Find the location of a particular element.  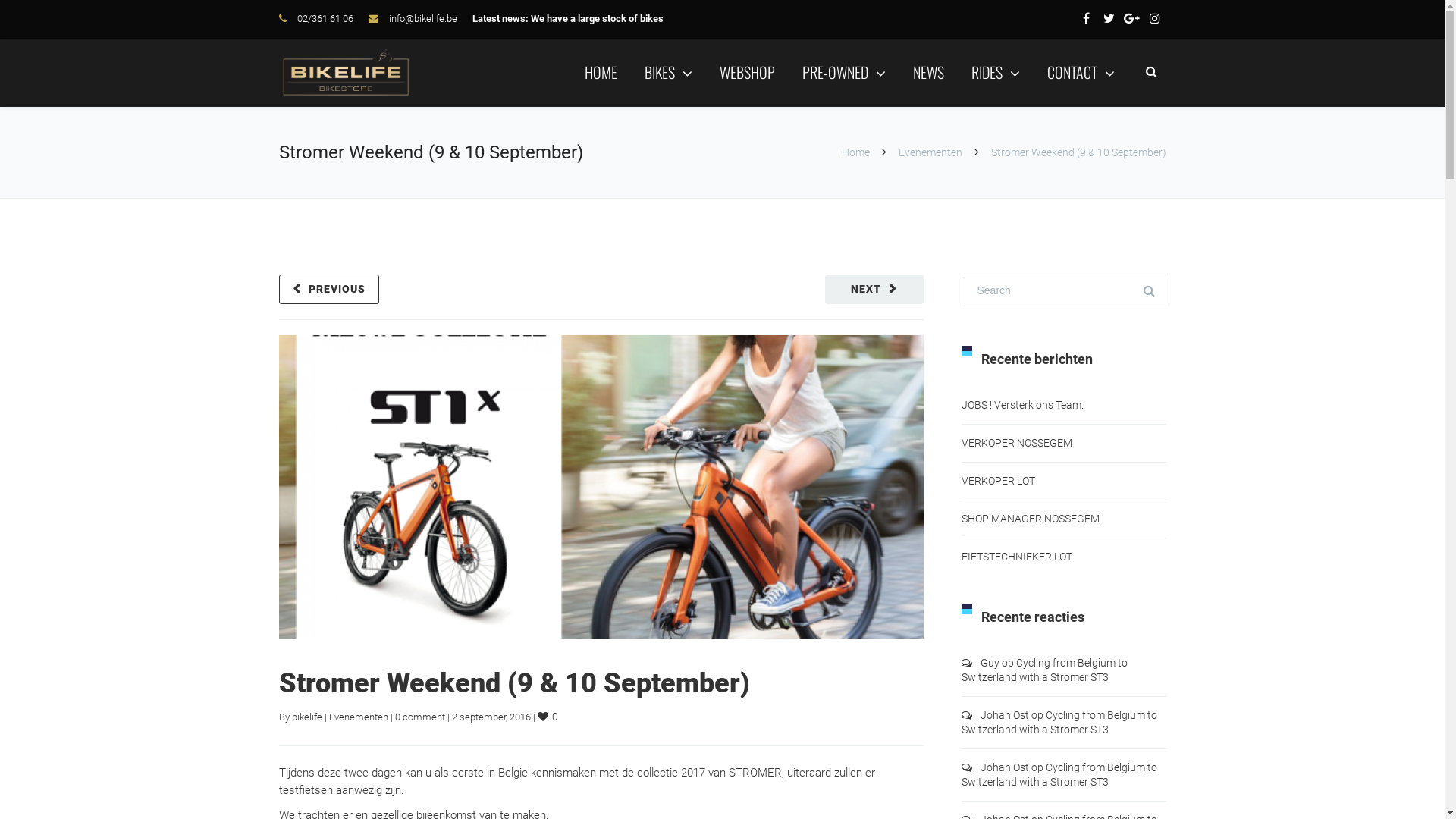

'FIETSTECHNIEKER LOT' is located at coordinates (960, 556).